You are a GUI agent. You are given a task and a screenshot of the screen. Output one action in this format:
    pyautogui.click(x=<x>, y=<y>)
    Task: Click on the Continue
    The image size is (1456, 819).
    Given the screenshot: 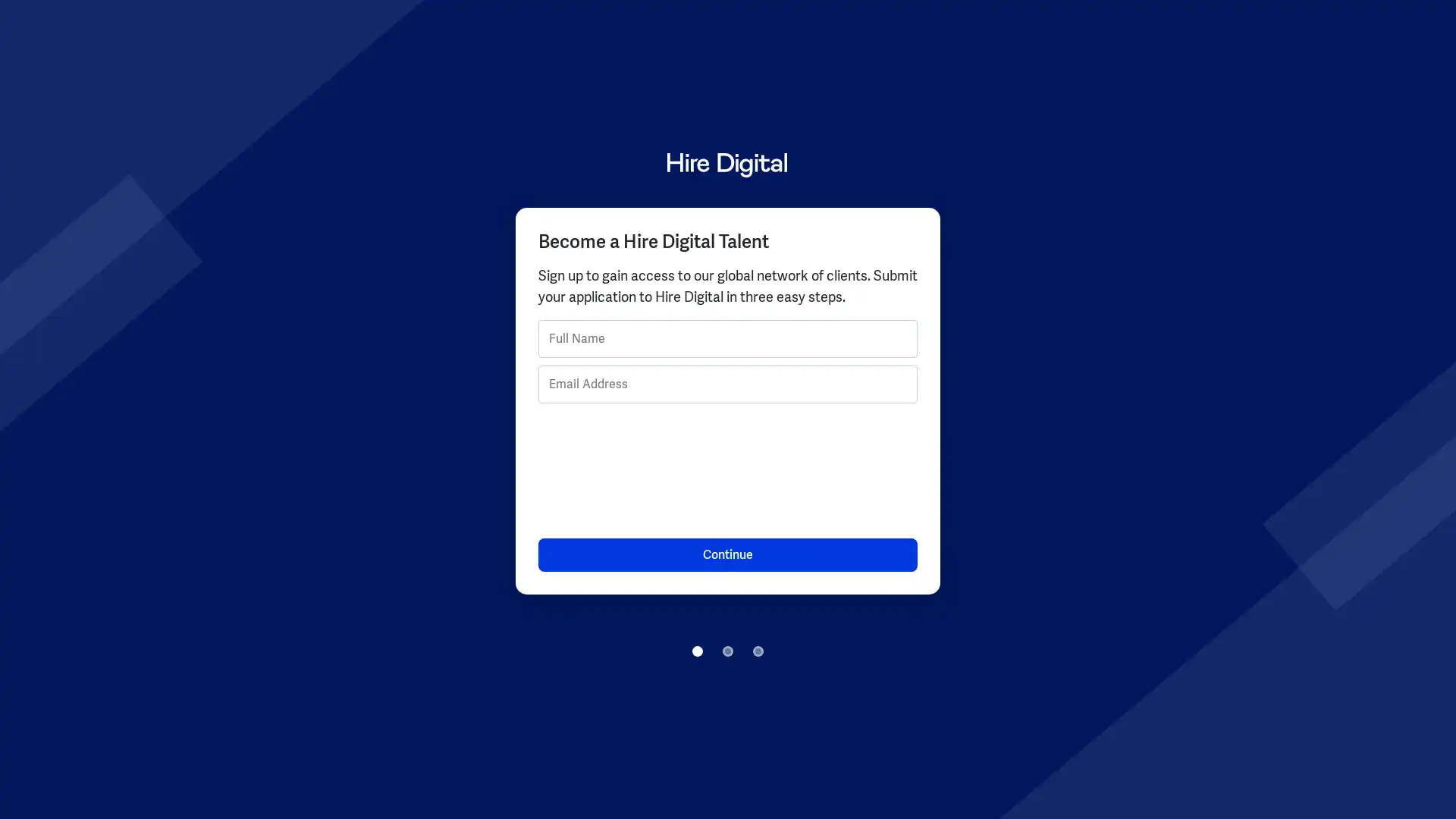 What is the action you would take?
    pyautogui.click(x=728, y=554)
    